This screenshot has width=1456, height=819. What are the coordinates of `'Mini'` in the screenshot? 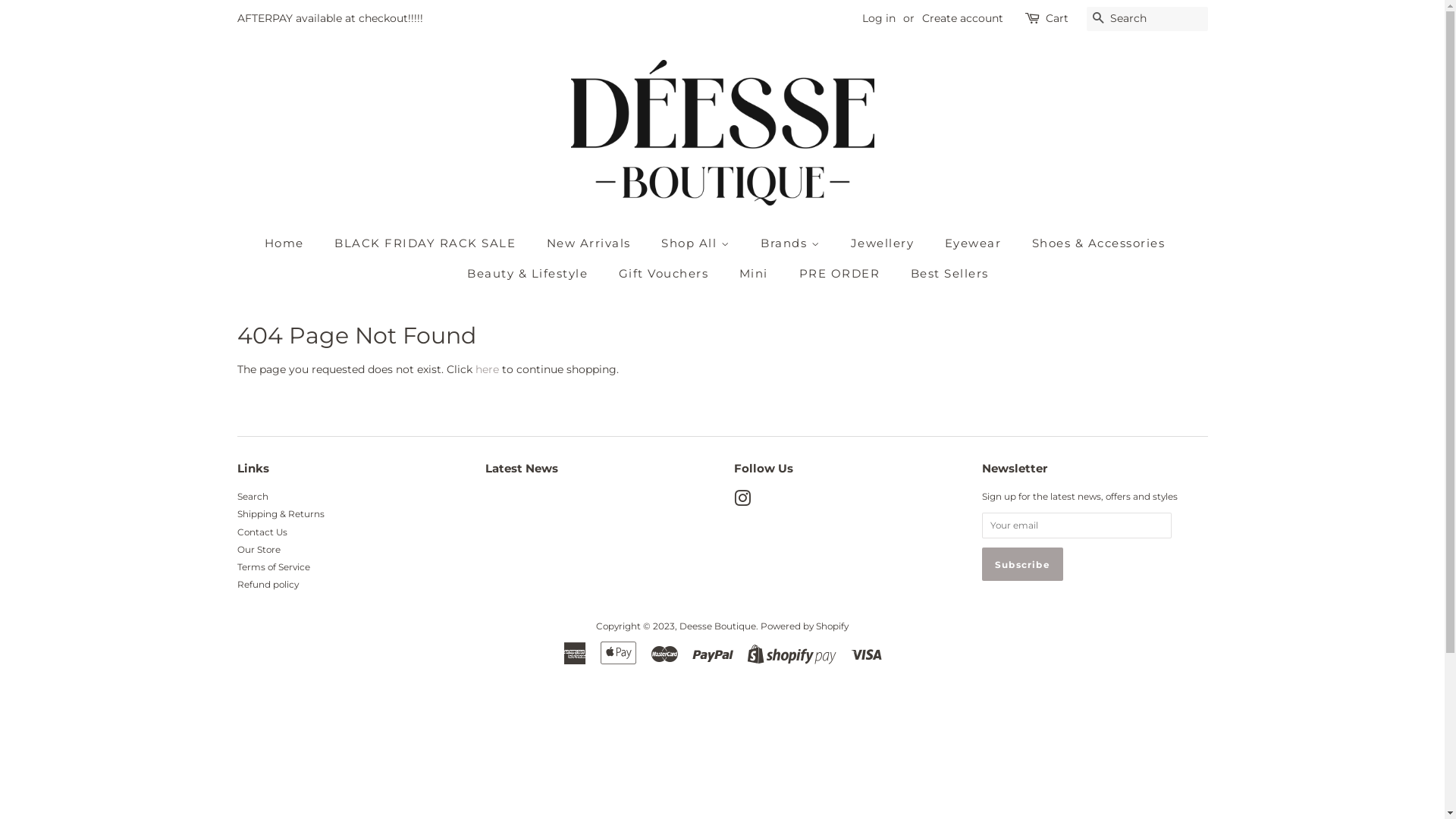 It's located at (755, 274).